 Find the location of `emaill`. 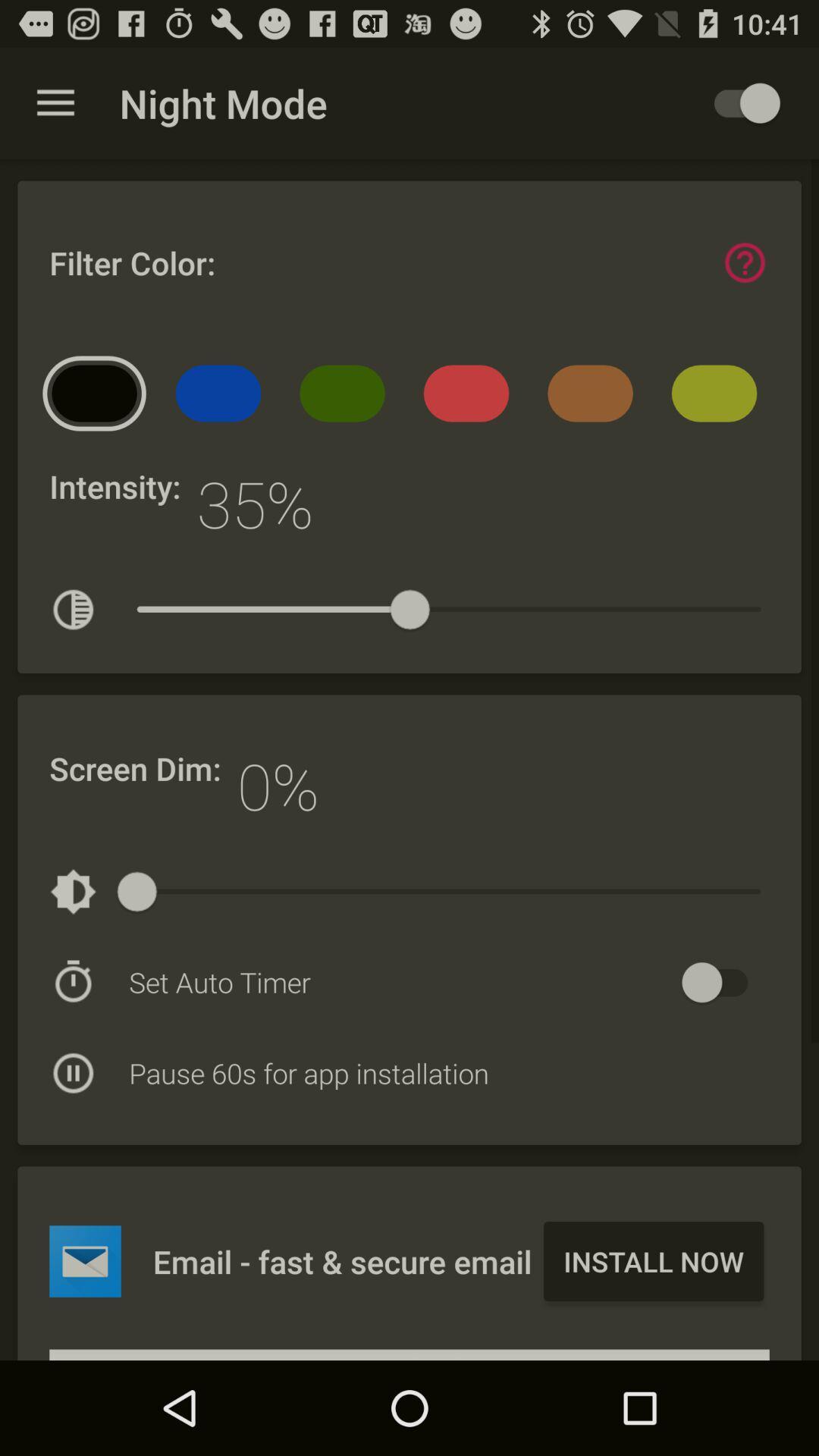

emaill is located at coordinates (85, 1261).